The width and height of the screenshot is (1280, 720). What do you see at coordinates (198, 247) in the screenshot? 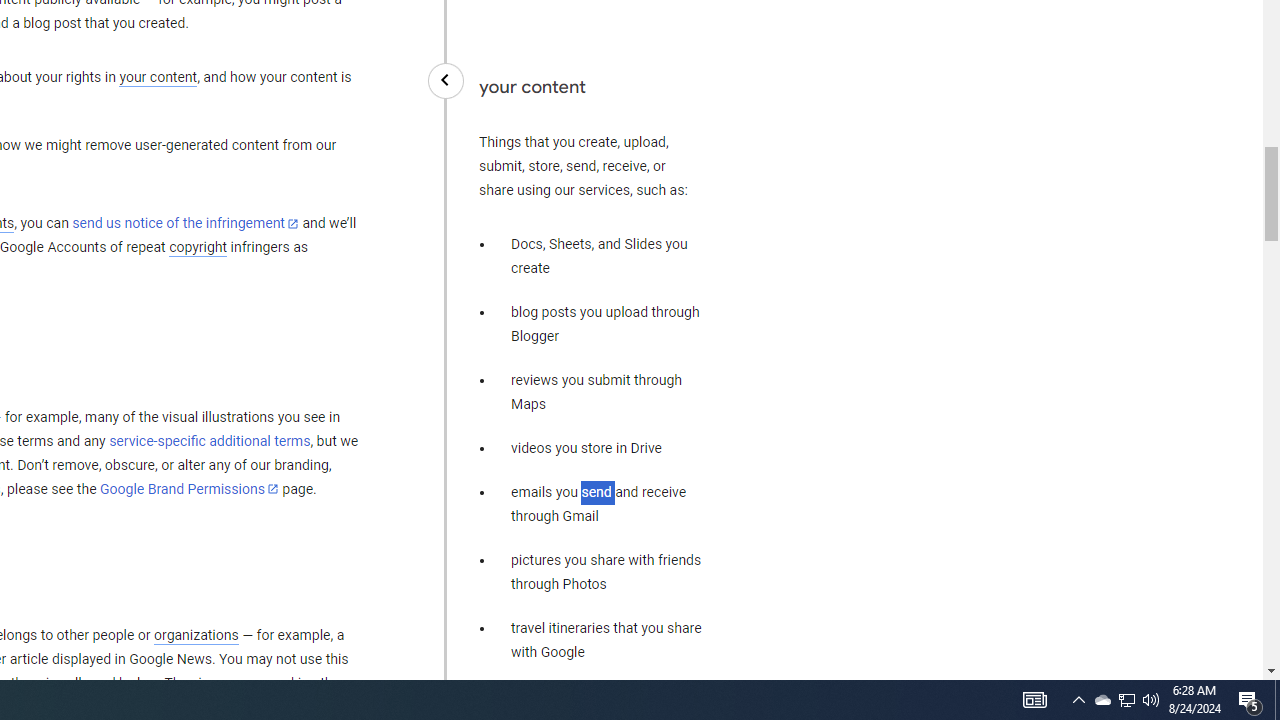
I see `'copyright'` at bounding box center [198, 247].